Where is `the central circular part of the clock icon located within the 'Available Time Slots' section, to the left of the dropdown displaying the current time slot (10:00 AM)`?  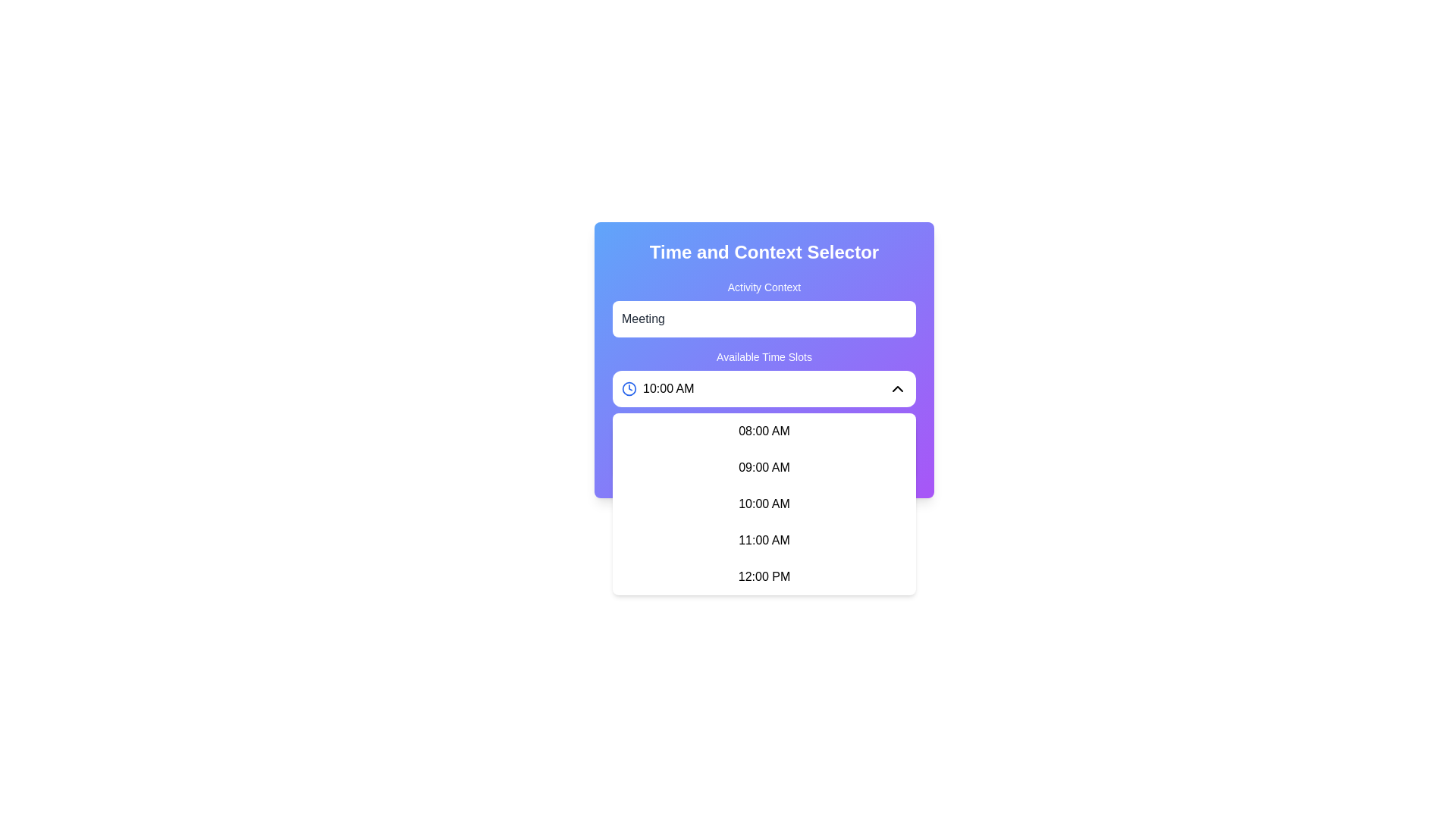 the central circular part of the clock icon located within the 'Available Time Slots' section, to the left of the dropdown displaying the current time slot (10:00 AM) is located at coordinates (629, 388).